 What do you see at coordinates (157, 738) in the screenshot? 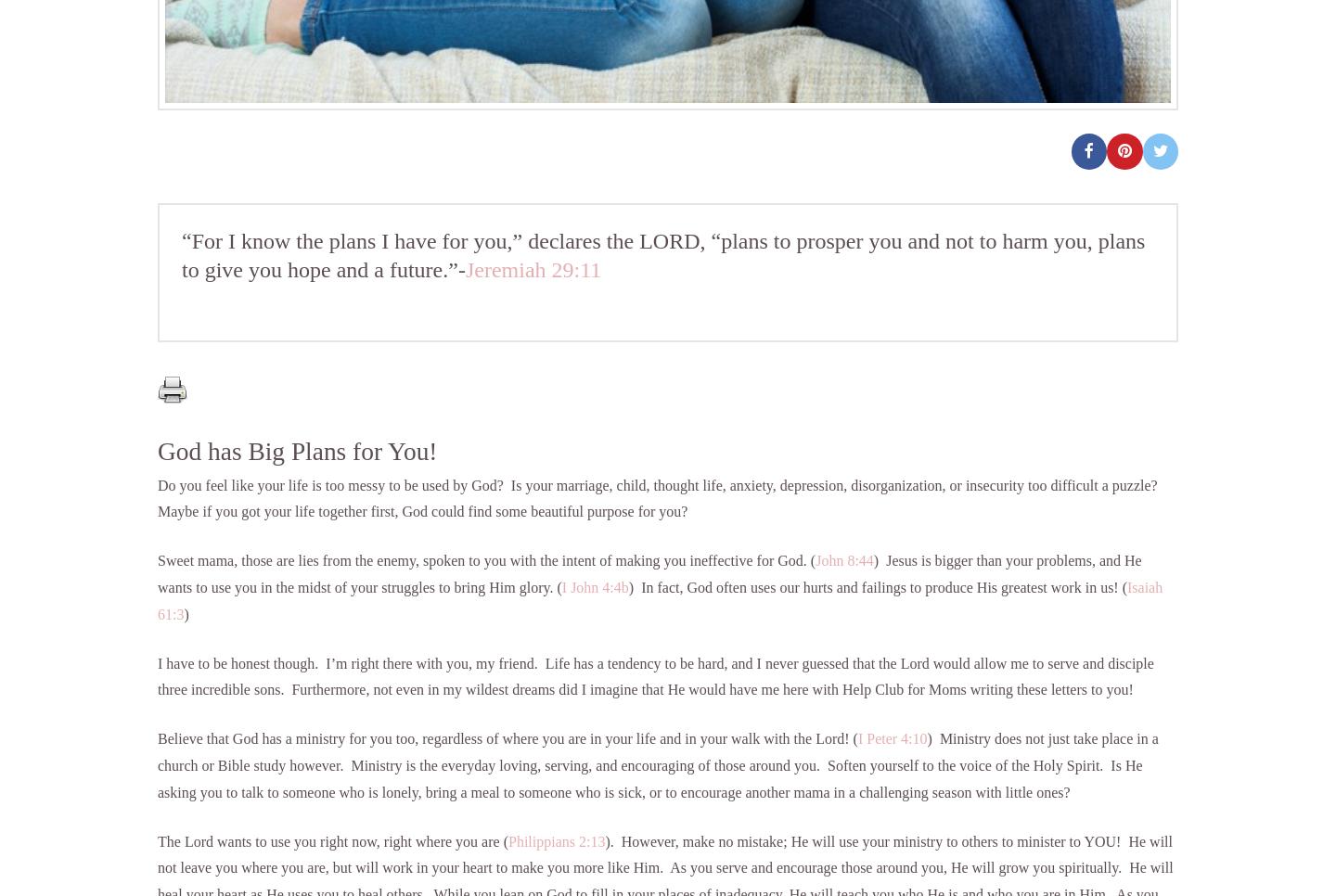
I see `'Believe that God has a ministry for you too, regardless of where you are in your life and in your walk with the Lord! ('` at bounding box center [157, 738].